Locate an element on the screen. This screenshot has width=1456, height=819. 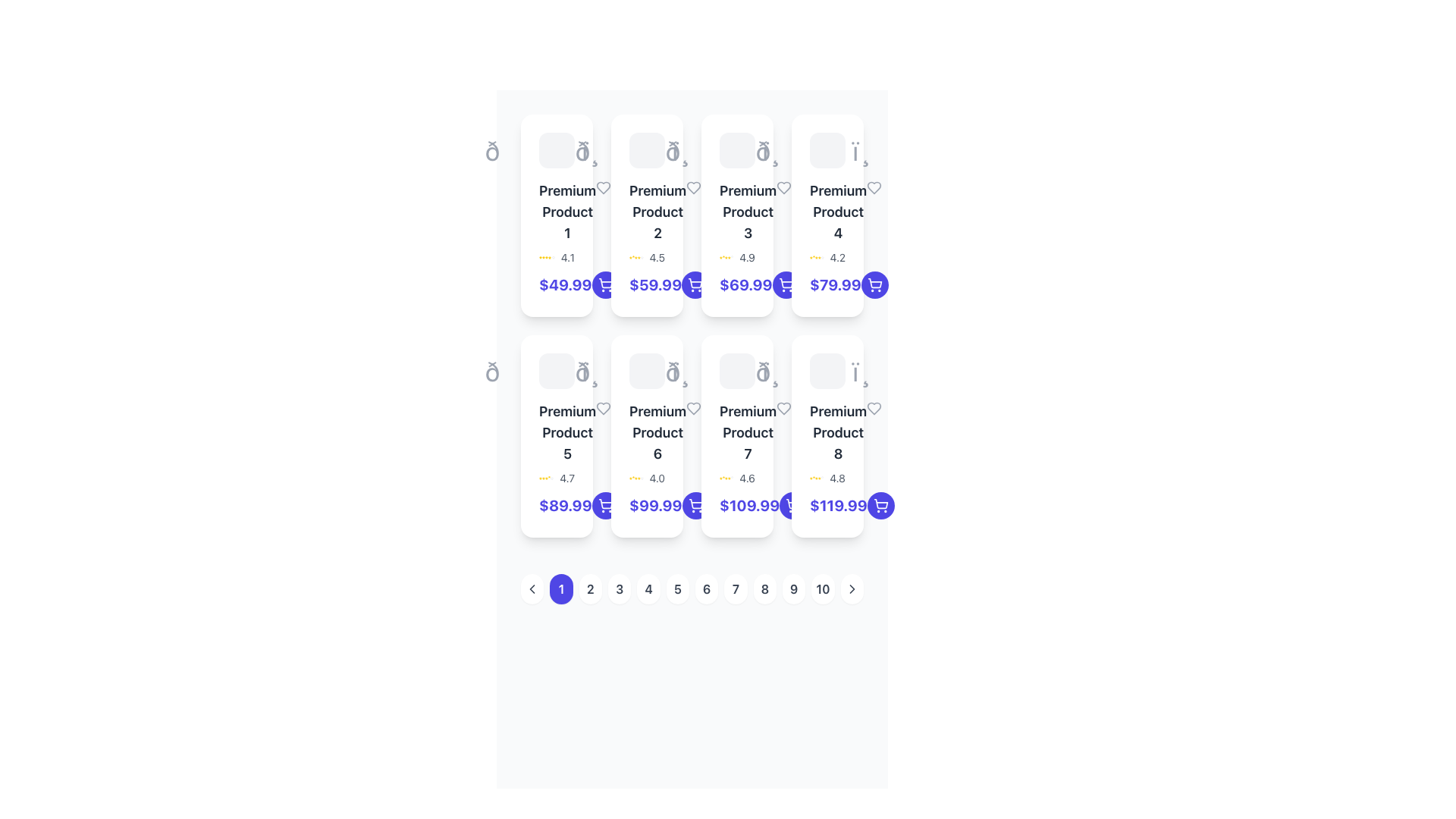
the favorite icon located at the top-right section of the card for 'Premium Product 2' to mark or unmark it as a favorite is located at coordinates (693, 187).